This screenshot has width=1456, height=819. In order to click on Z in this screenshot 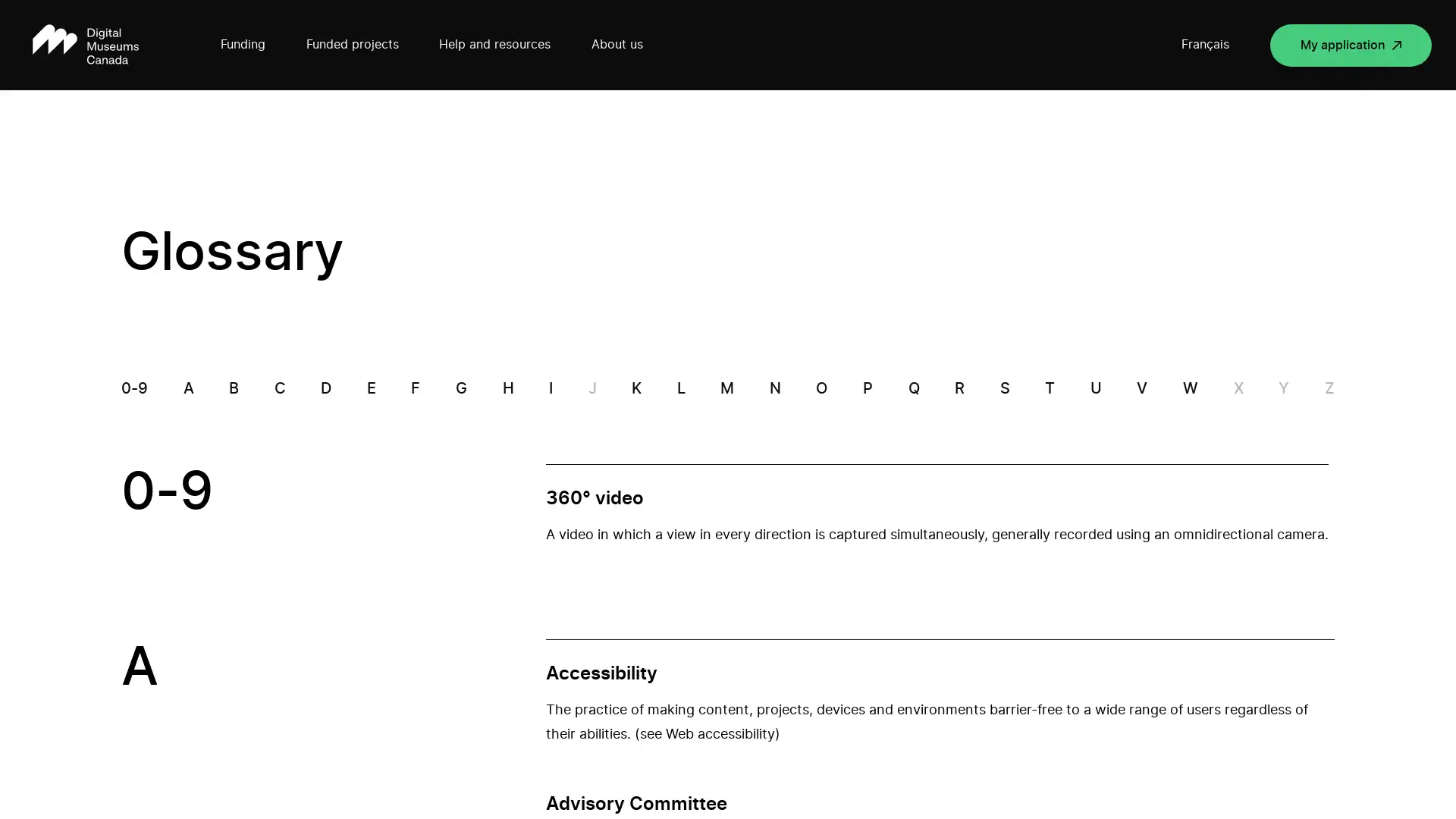, I will do `click(1328, 388)`.